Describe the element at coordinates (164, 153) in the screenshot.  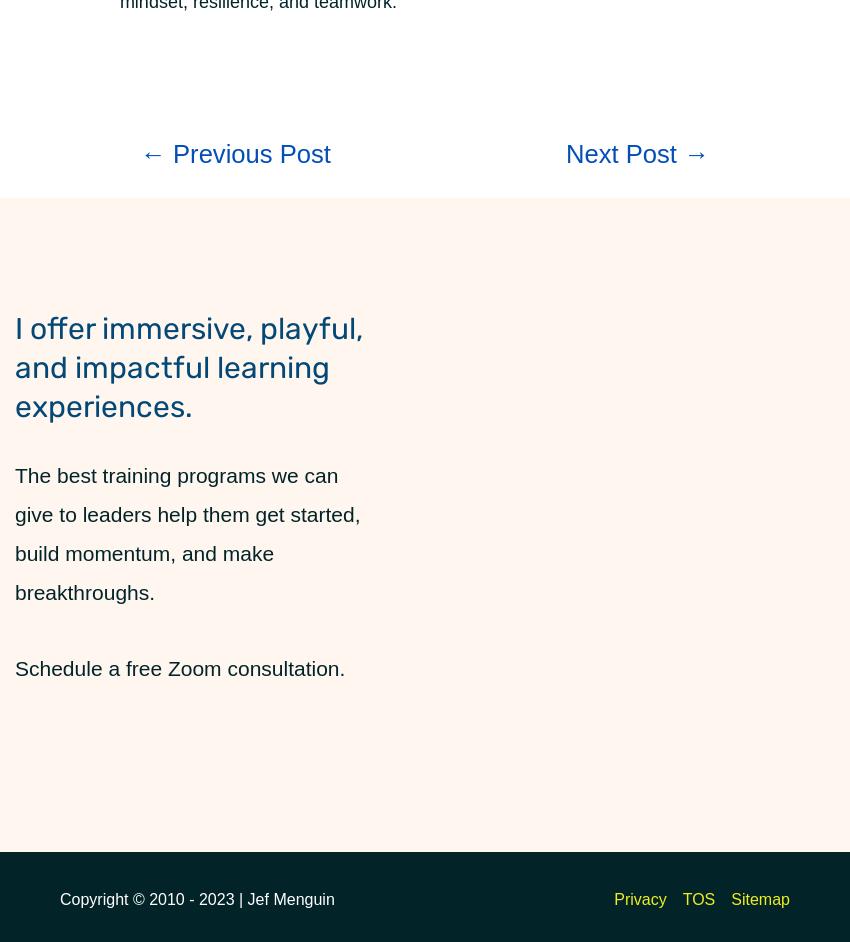
I see `'Previous Post'` at that location.